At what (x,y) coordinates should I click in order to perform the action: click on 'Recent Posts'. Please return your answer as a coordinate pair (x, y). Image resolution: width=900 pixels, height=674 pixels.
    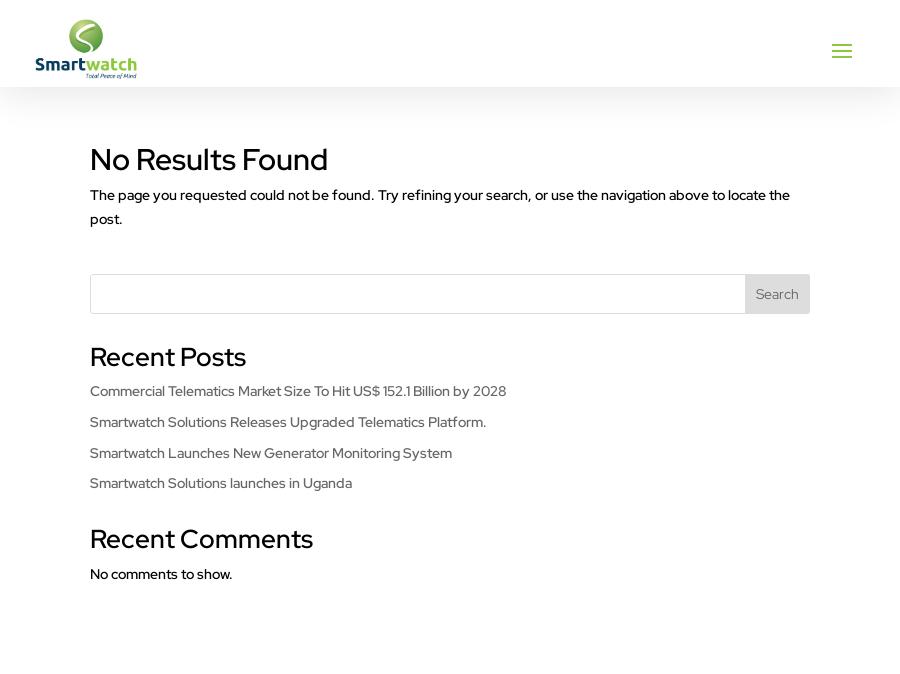
    Looking at the image, I should click on (168, 356).